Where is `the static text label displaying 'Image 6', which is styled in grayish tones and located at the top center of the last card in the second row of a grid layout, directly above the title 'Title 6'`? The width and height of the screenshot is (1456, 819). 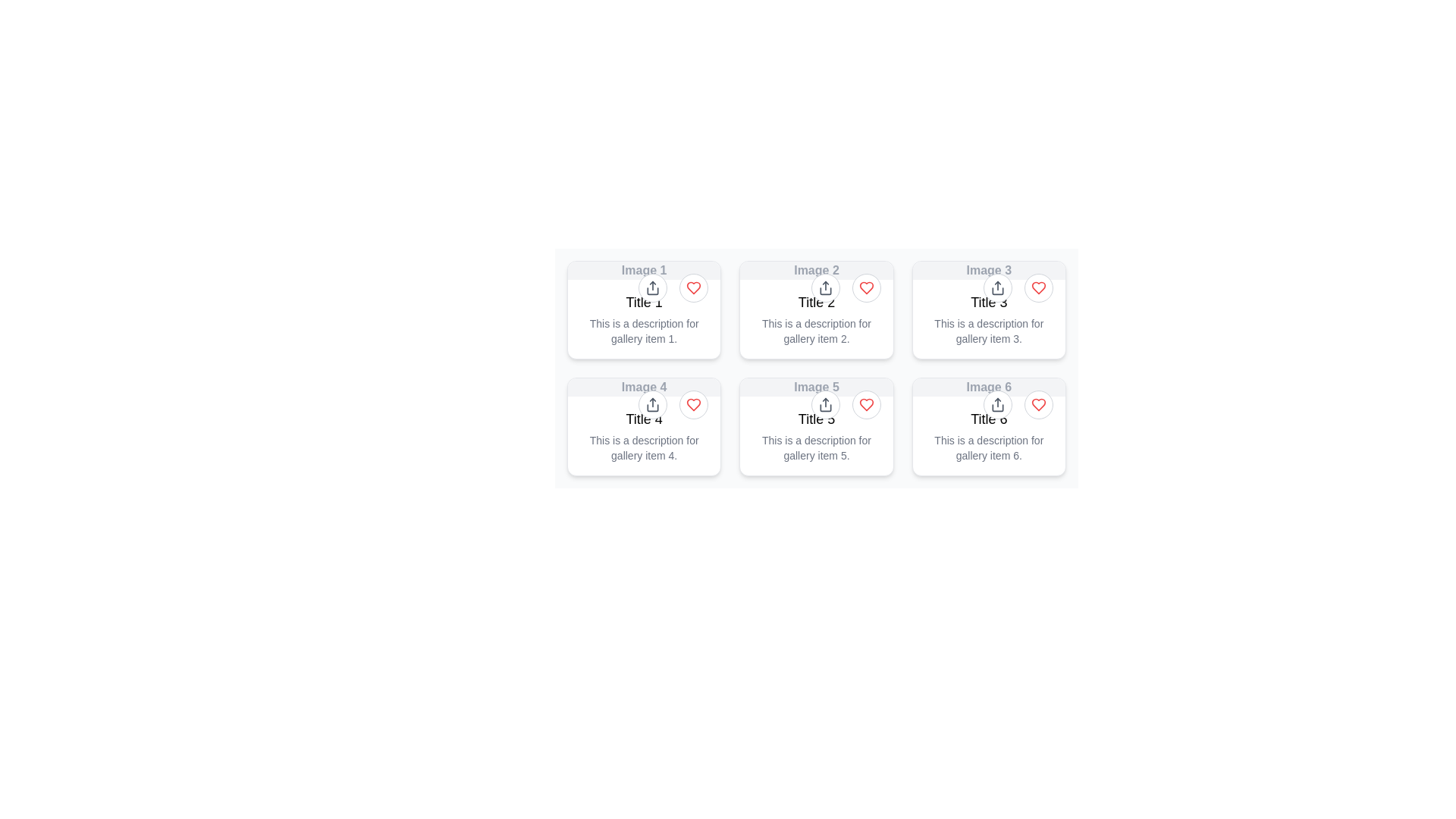
the static text label displaying 'Image 6', which is styled in grayish tones and located at the top center of the last card in the second row of a grid layout, directly above the title 'Title 6' is located at coordinates (989, 386).